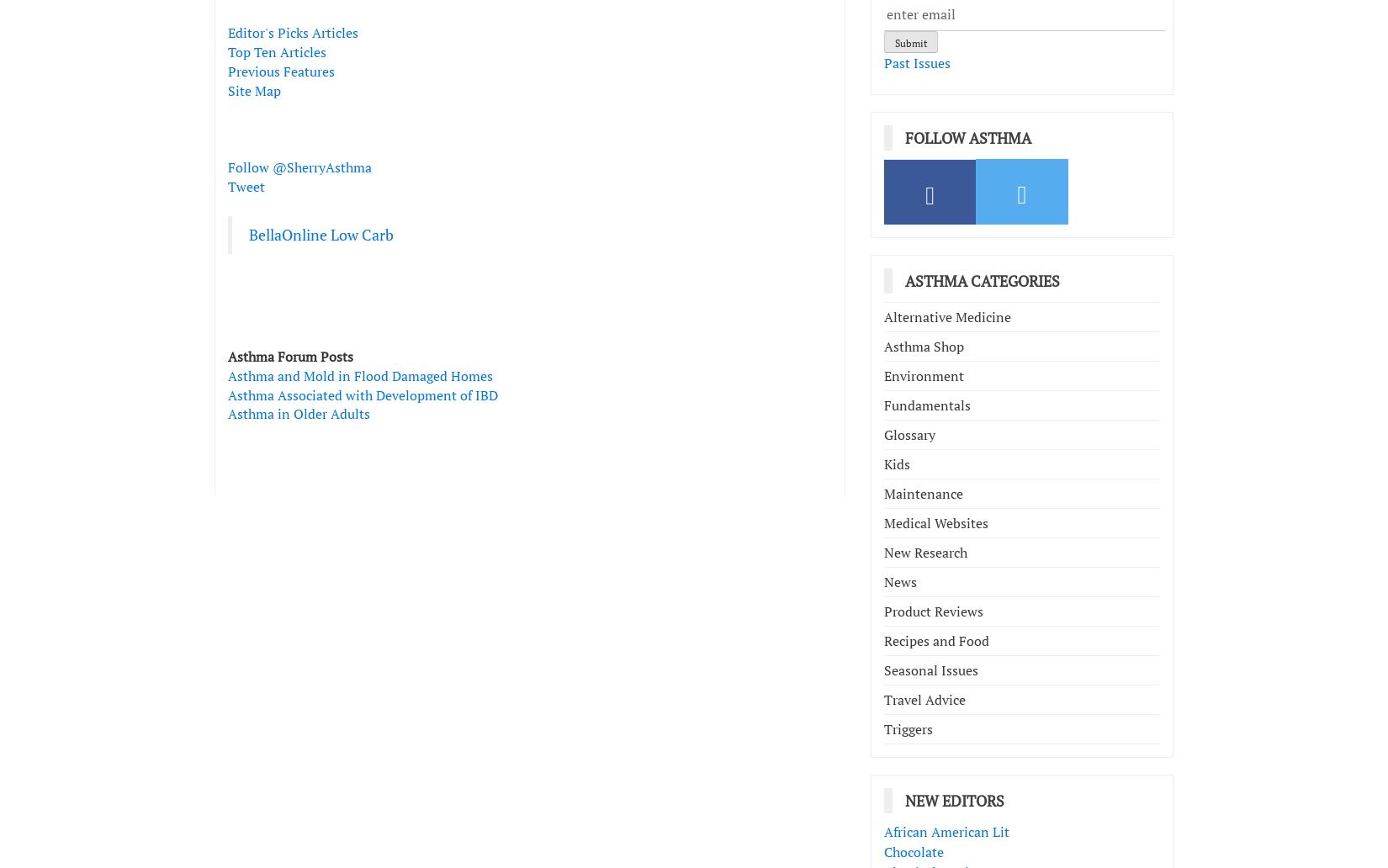 This screenshot has height=868, width=1388. Describe the element at coordinates (955, 800) in the screenshot. I see `'New Editors'` at that location.